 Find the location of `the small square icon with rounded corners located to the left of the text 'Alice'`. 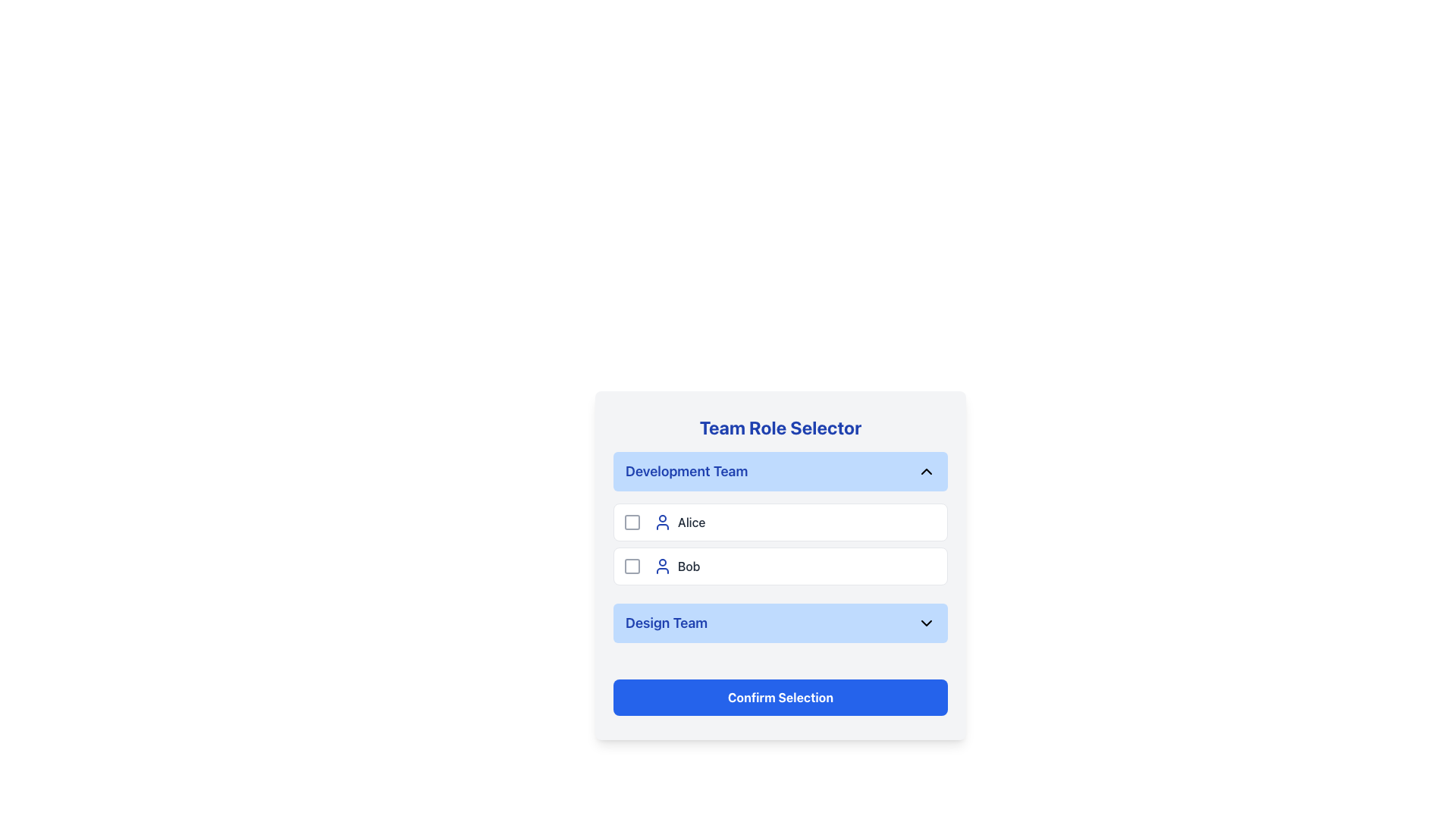

the small square icon with rounded corners located to the left of the text 'Alice' is located at coordinates (632, 522).